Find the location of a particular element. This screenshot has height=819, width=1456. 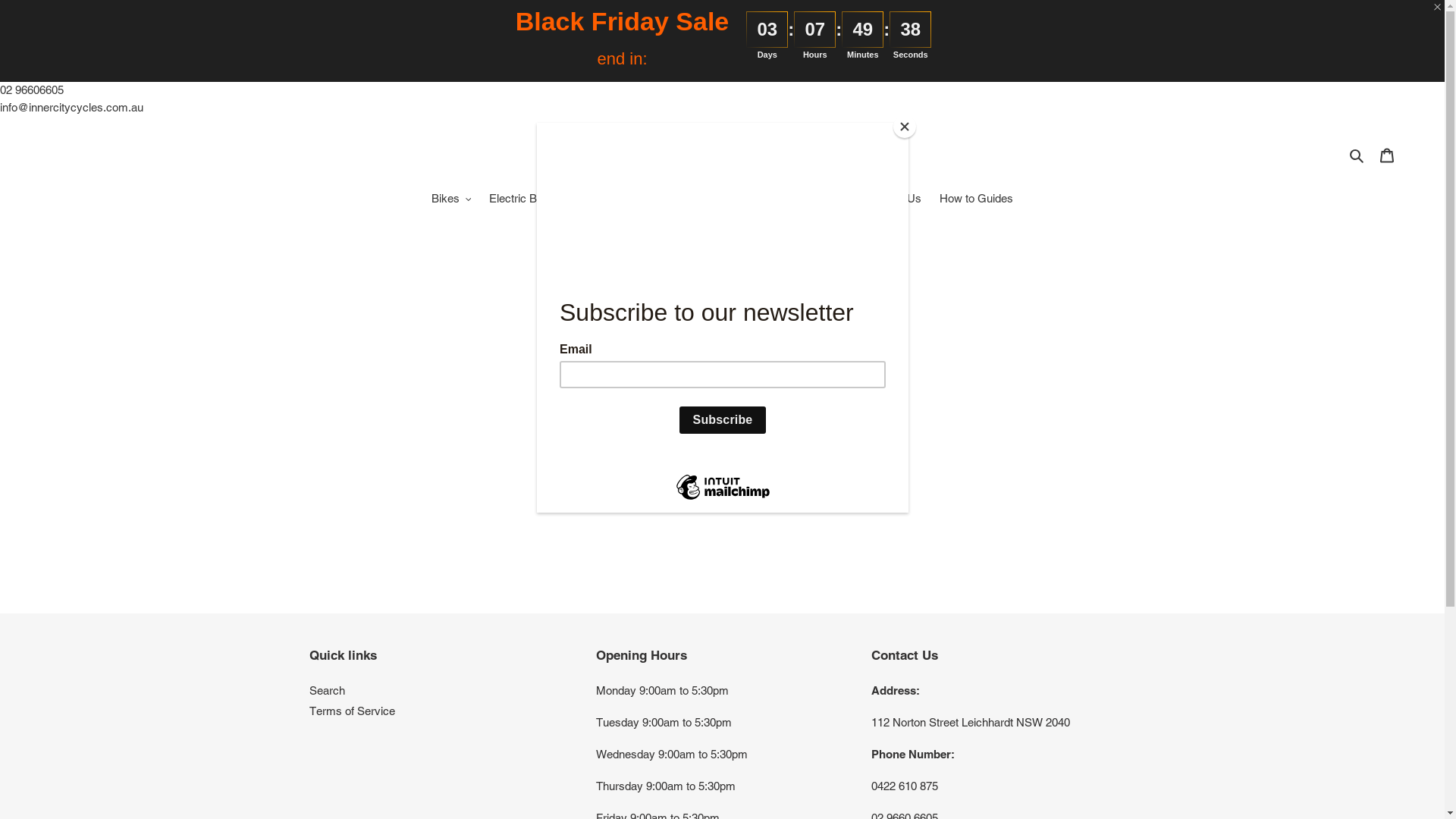

'02 96606605' is located at coordinates (32, 89).